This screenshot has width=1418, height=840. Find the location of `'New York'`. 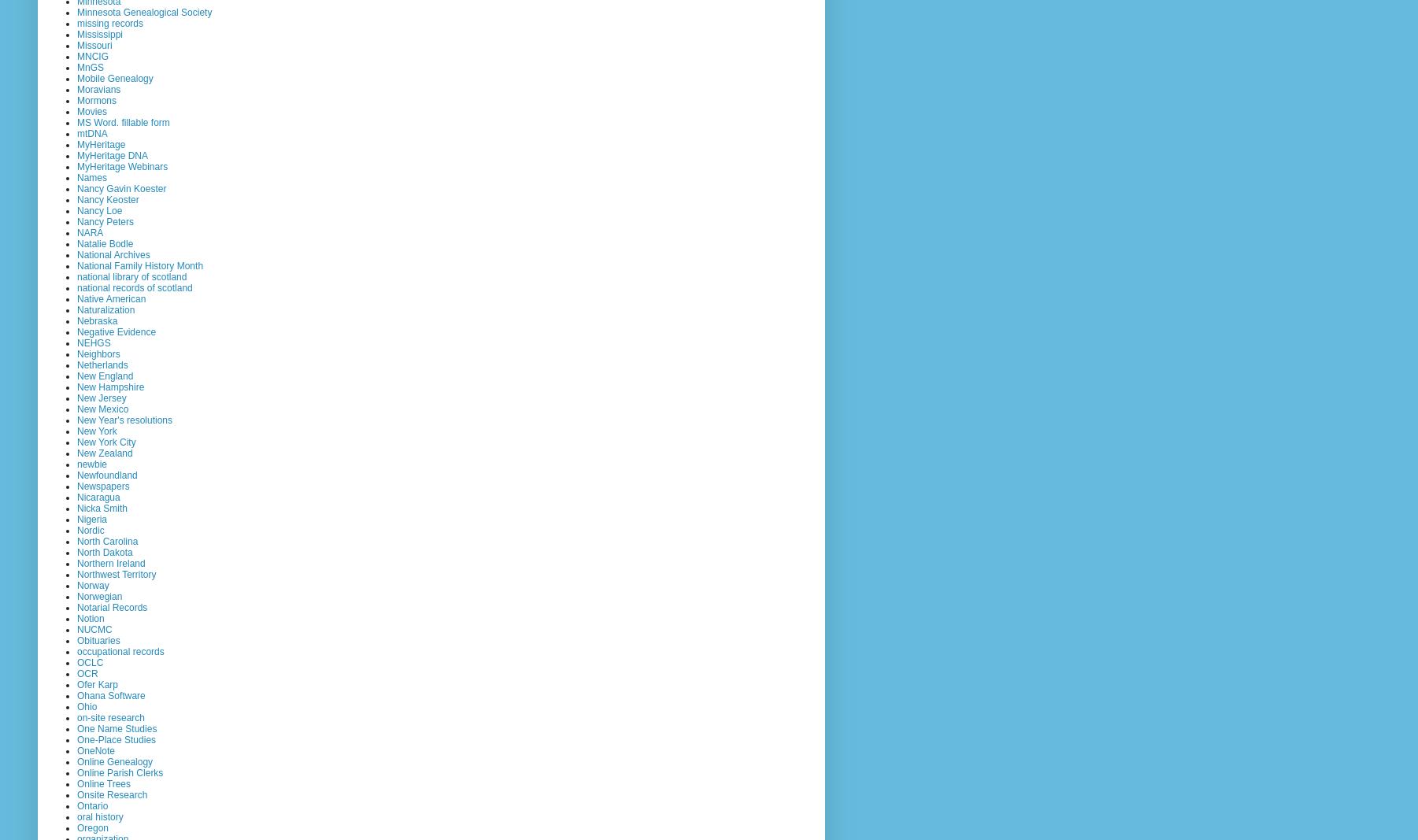

'New York' is located at coordinates (97, 431).